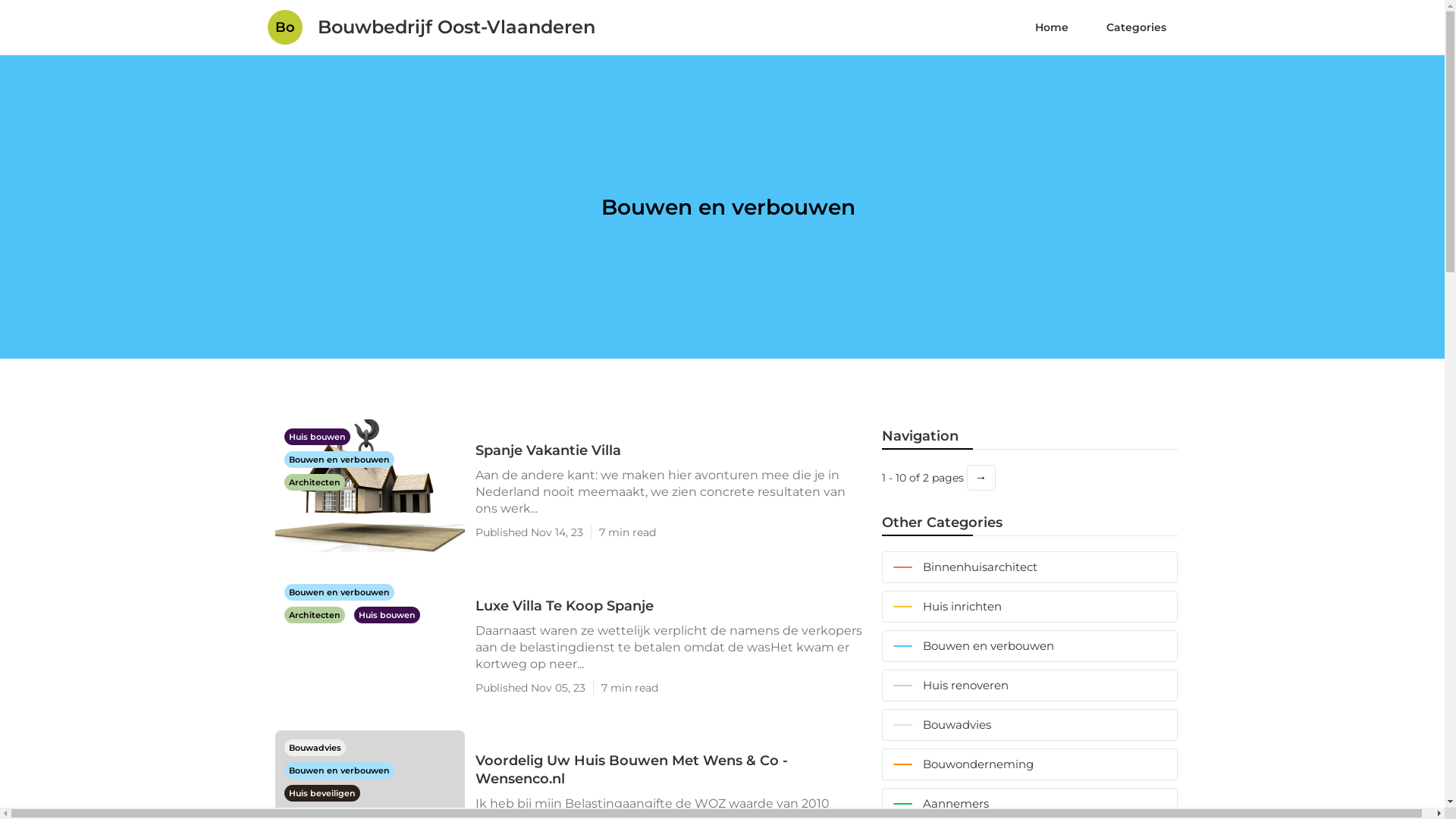 Image resolution: width=1456 pixels, height=819 pixels. I want to click on 'Bouwen en verbouwen', so click(1029, 646).